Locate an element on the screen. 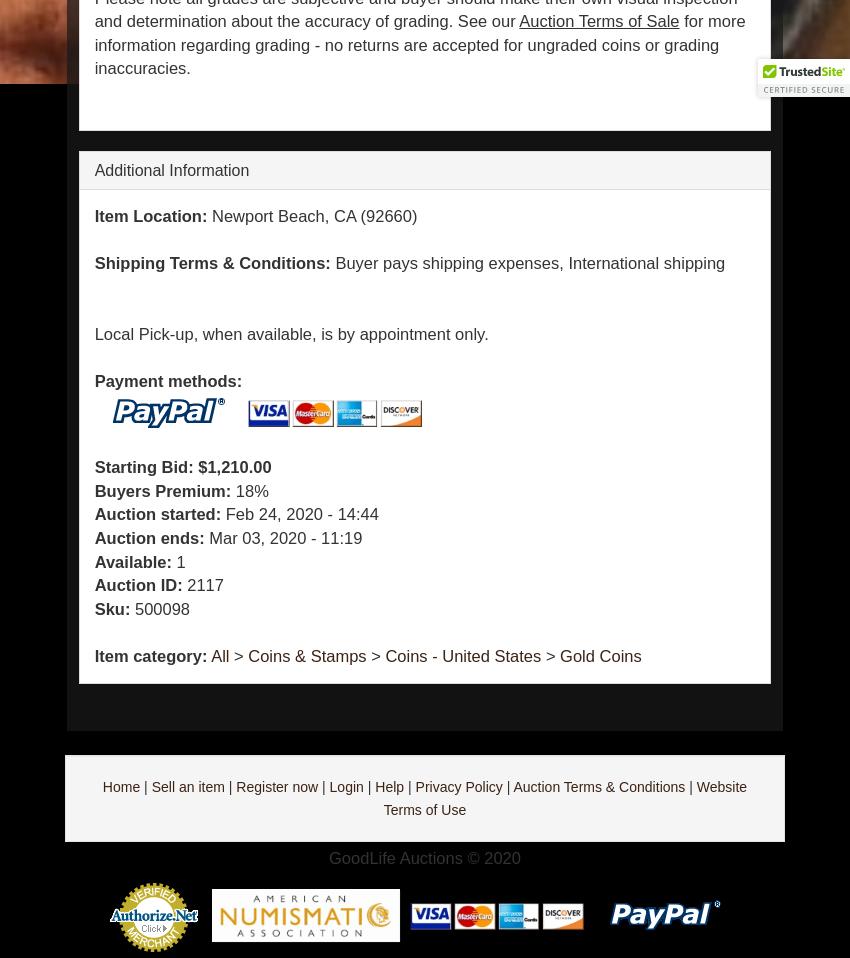  'Shipping Terms & Conditions:' is located at coordinates (210, 262).